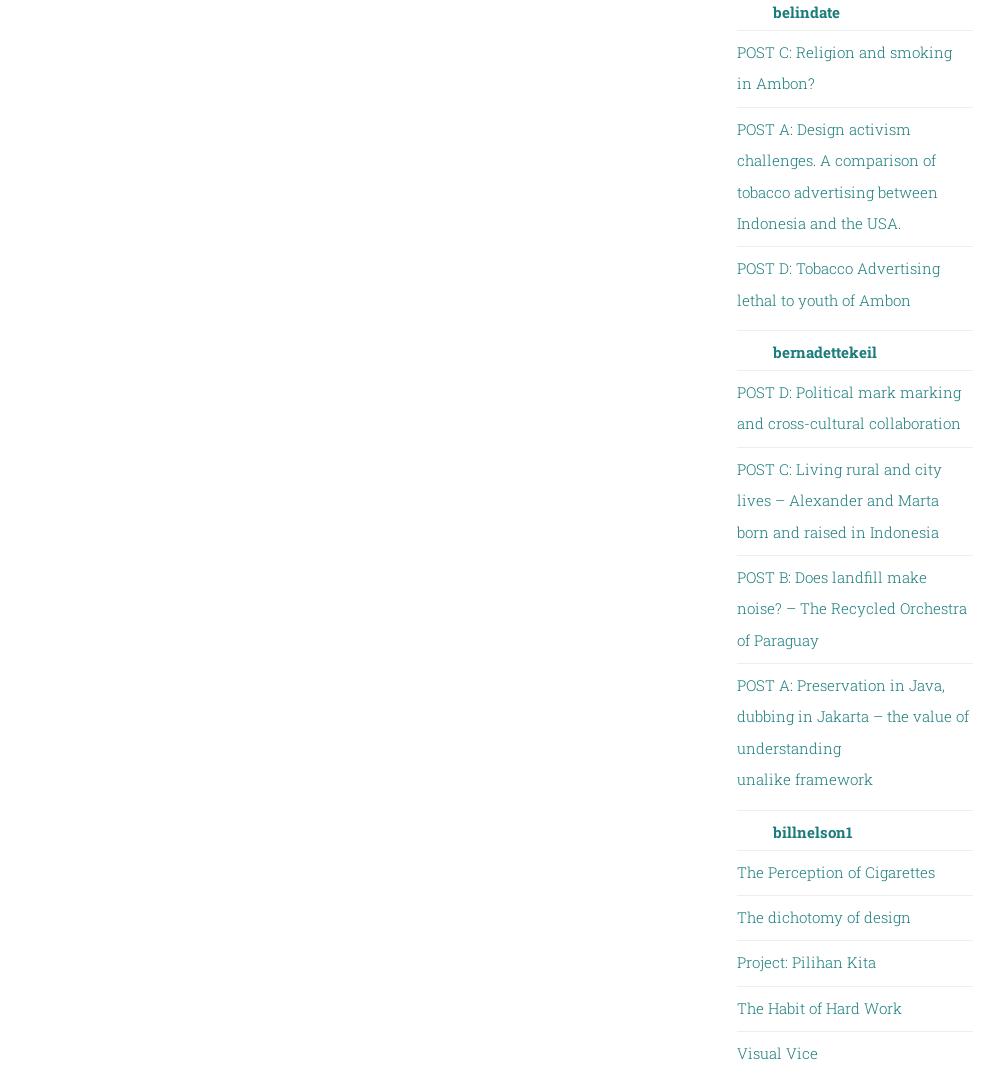 Image resolution: width=1000 pixels, height=1078 pixels. Describe the element at coordinates (823, 351) in the screenshot. I see `'bernadettekeil'` at that location.